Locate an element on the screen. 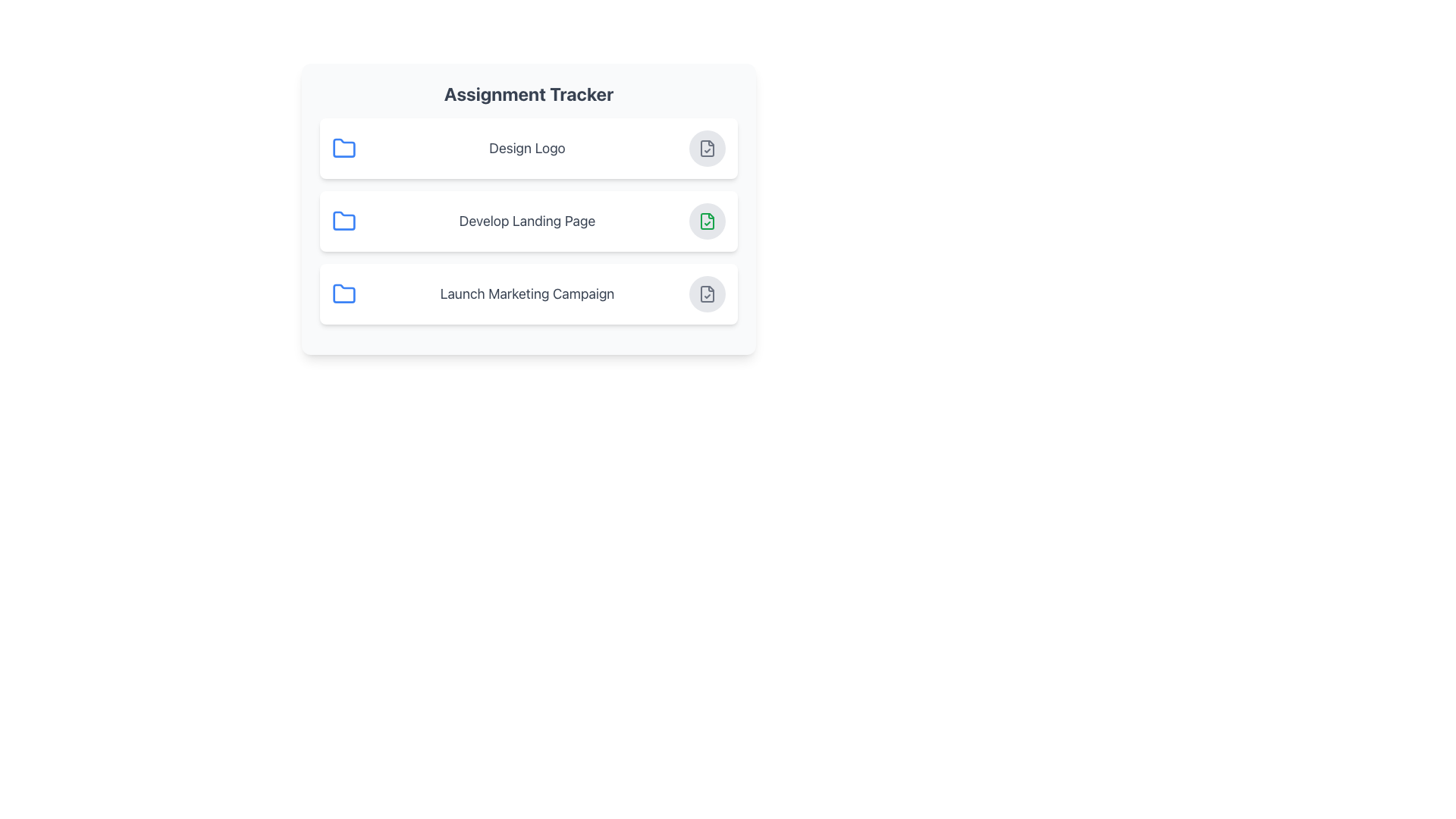 The width and height of the screenshot is (1456, 819). the circular gray button with a green checkmark over a document icon is located at coordinates (706, 221).